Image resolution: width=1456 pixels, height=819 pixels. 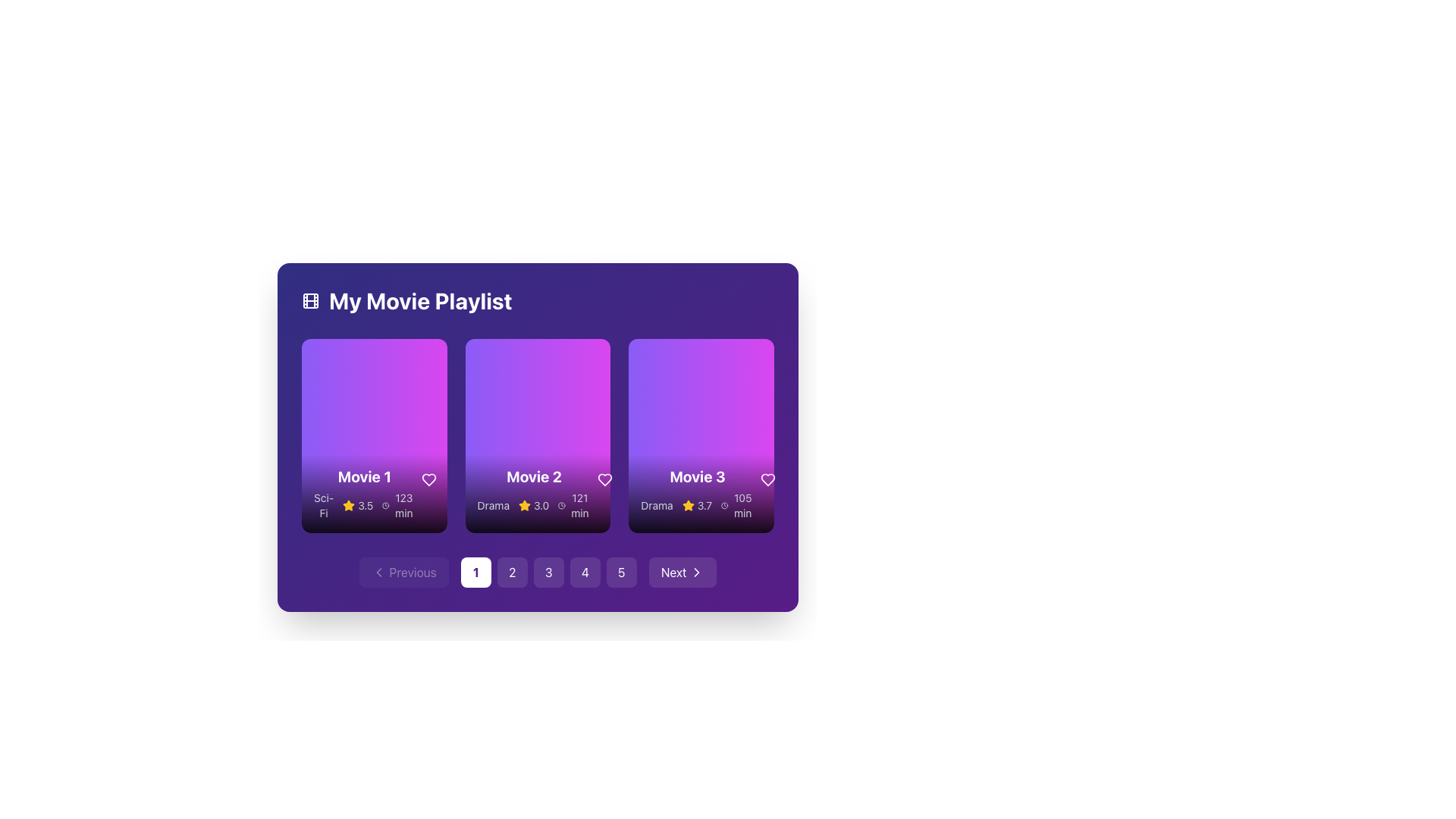 I want to click on user rating displayed in the text with a visual icon for 'Movie 1' located in the bottom-left section of its card in the 'My Movie Playlist' interface, so click(x=357, y=506).